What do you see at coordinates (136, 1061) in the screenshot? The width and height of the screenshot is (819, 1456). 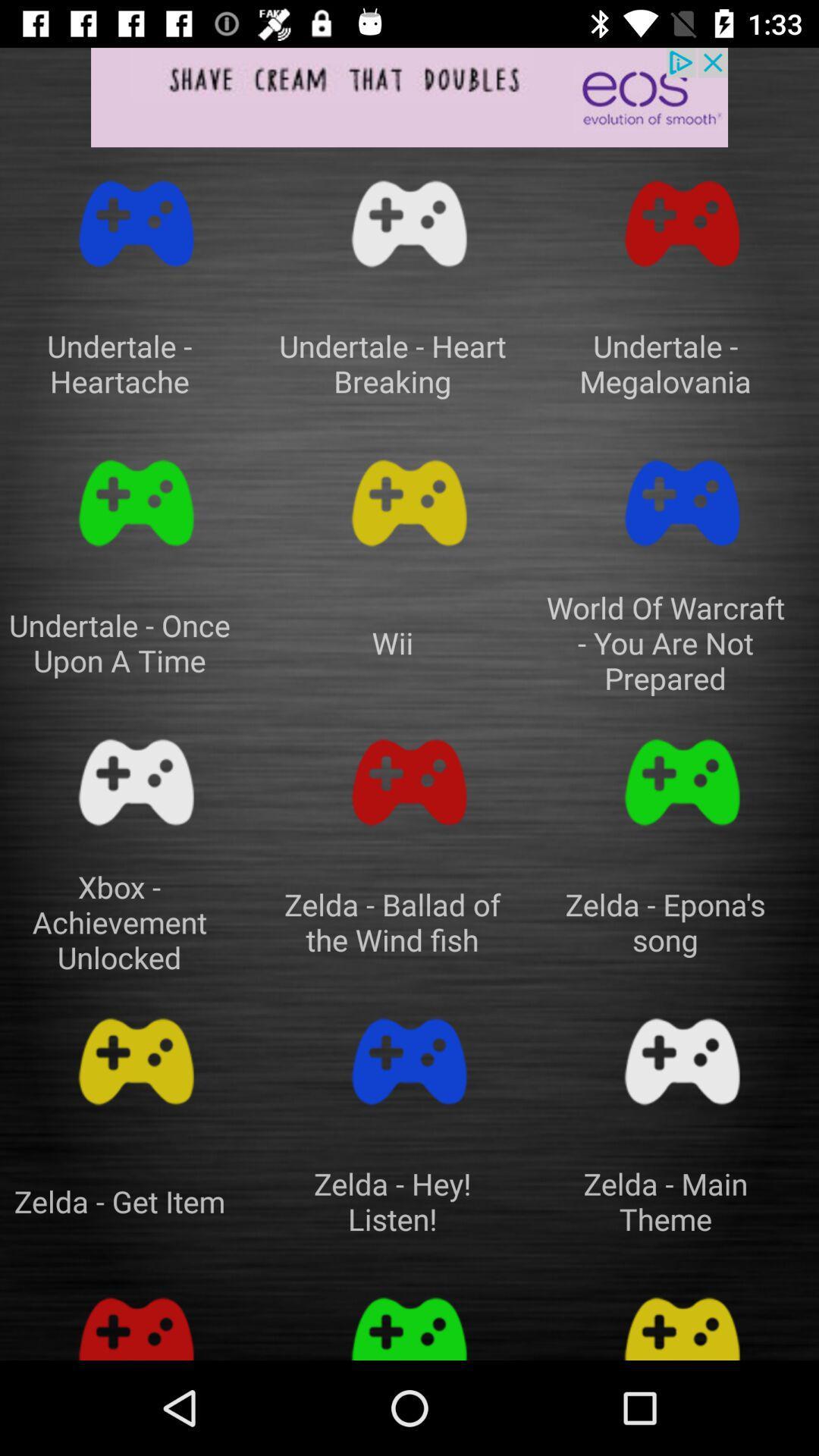 I see `game` at bounding box center [136, 1061].